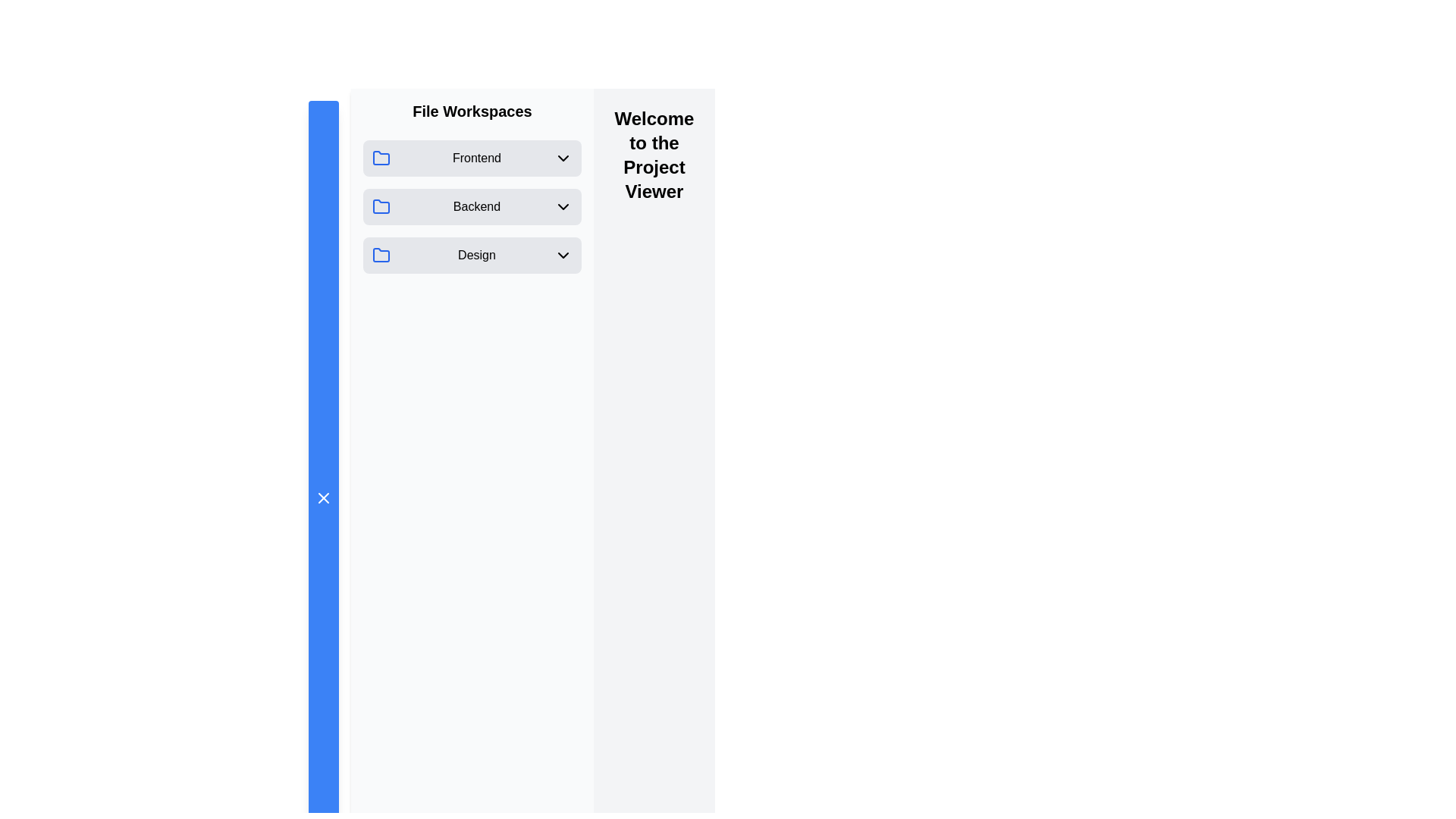 This screenshot has width=1456, height=819. I want to click on the downward-pointing chevron icon located to the right of the 'Backend' text, so click(563, 207).